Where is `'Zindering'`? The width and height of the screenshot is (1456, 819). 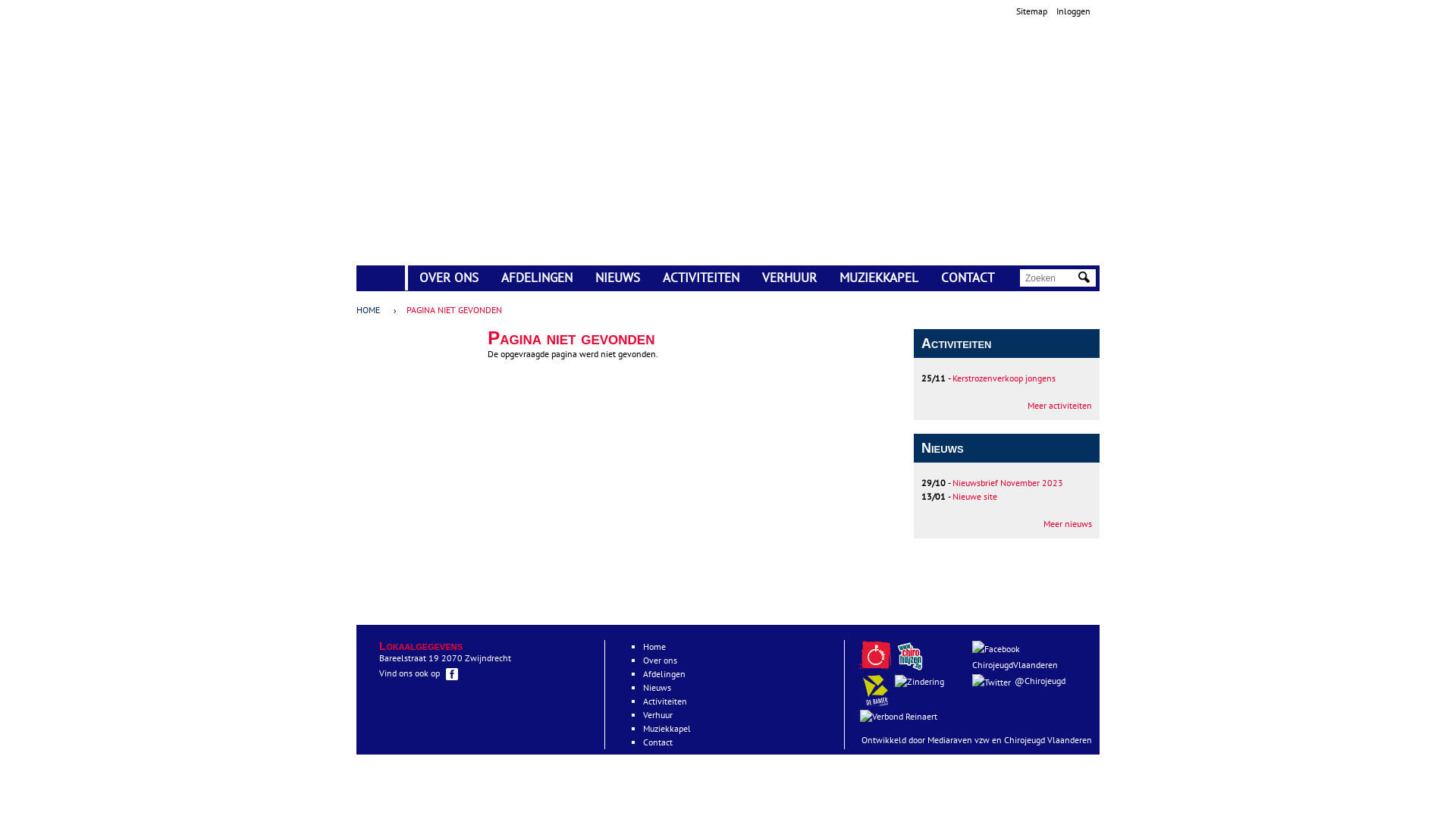
'Zindering' is located at coordinates (920, 680).